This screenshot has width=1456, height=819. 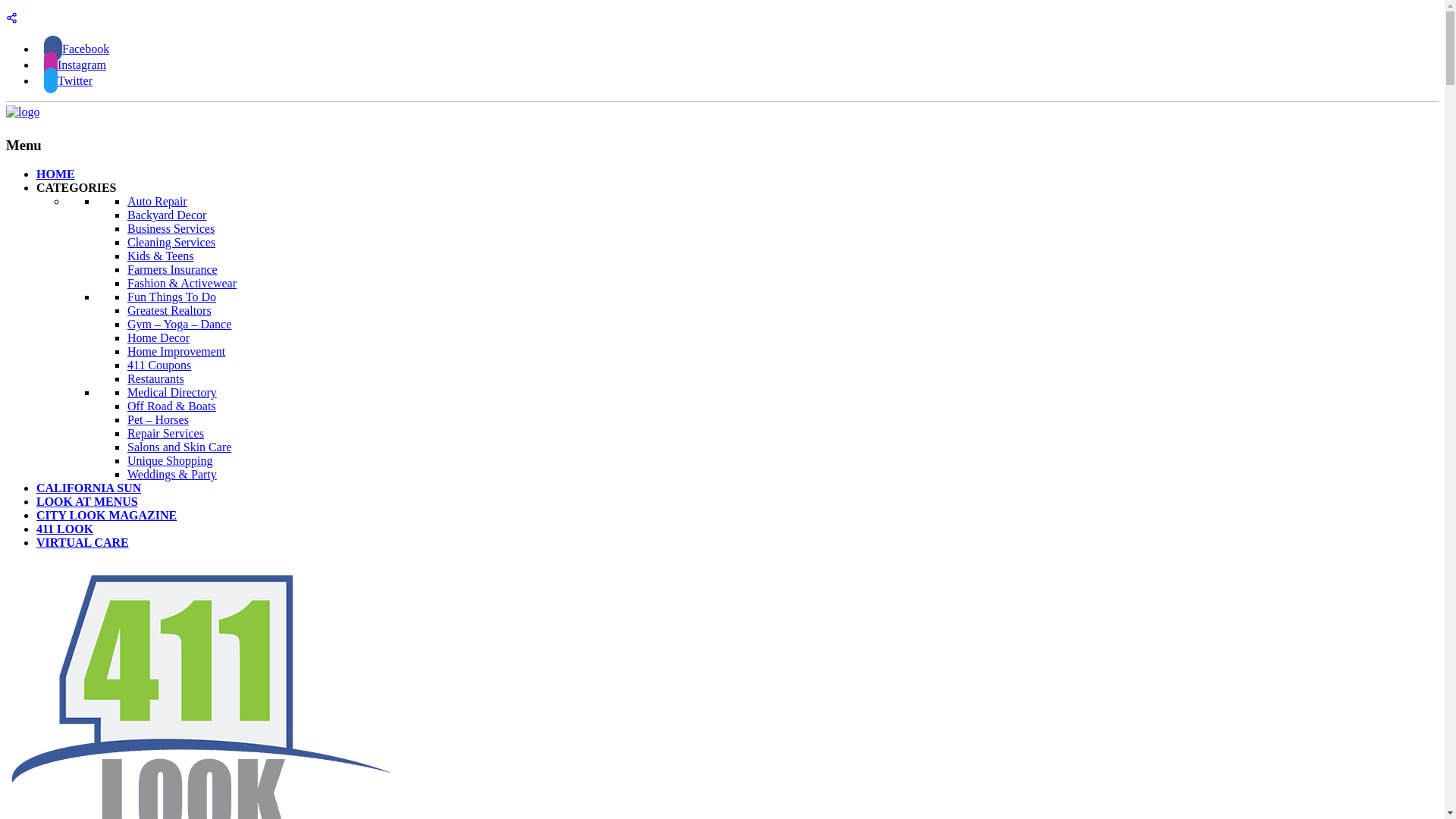 What do you see at coordinates (36, 488) in the screenshot?
I see `'CALIFORNIA SUN'` at bounding box center [36, 488].